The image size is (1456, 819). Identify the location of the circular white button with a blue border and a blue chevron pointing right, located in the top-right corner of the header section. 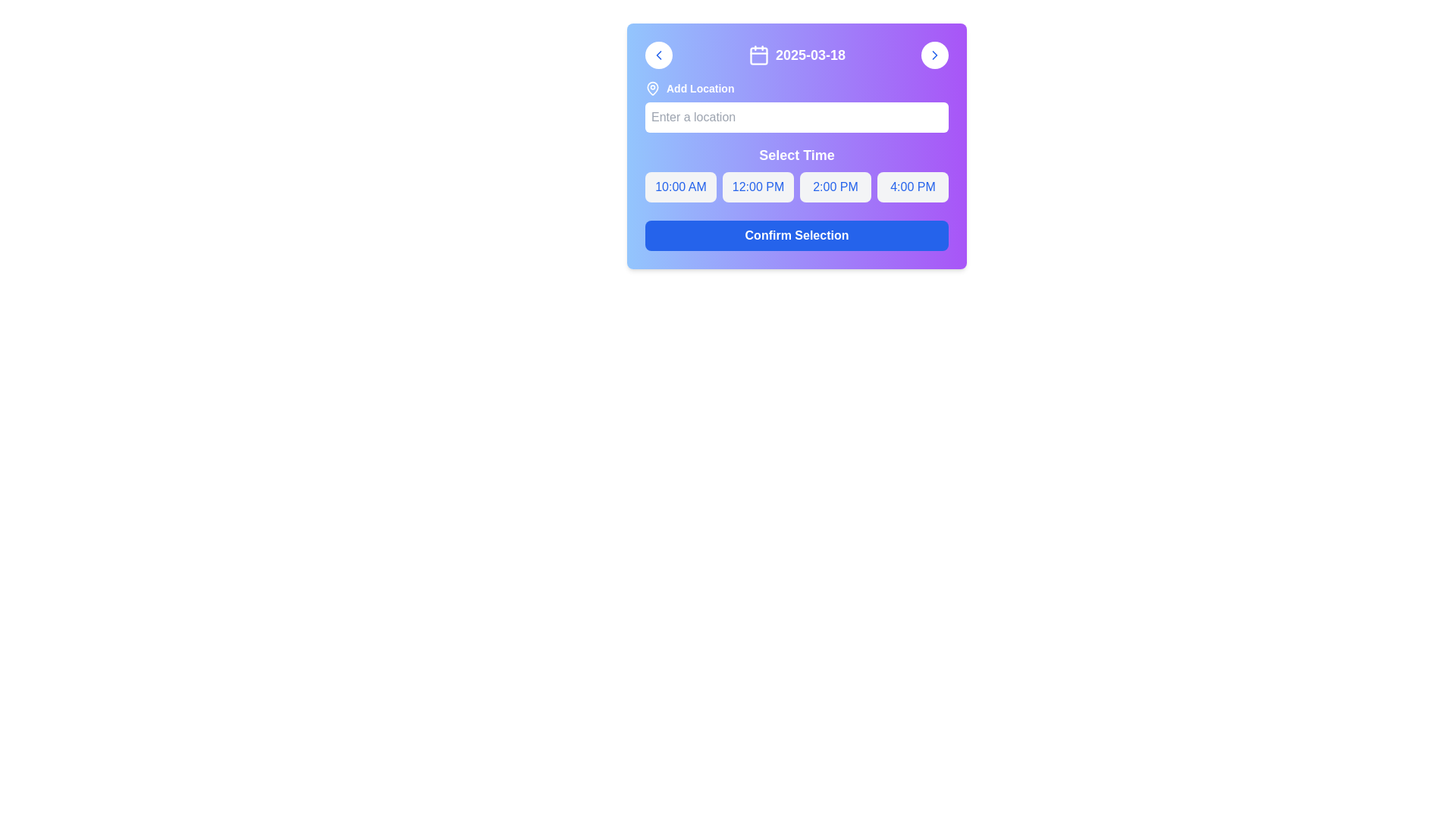
(934, 55).